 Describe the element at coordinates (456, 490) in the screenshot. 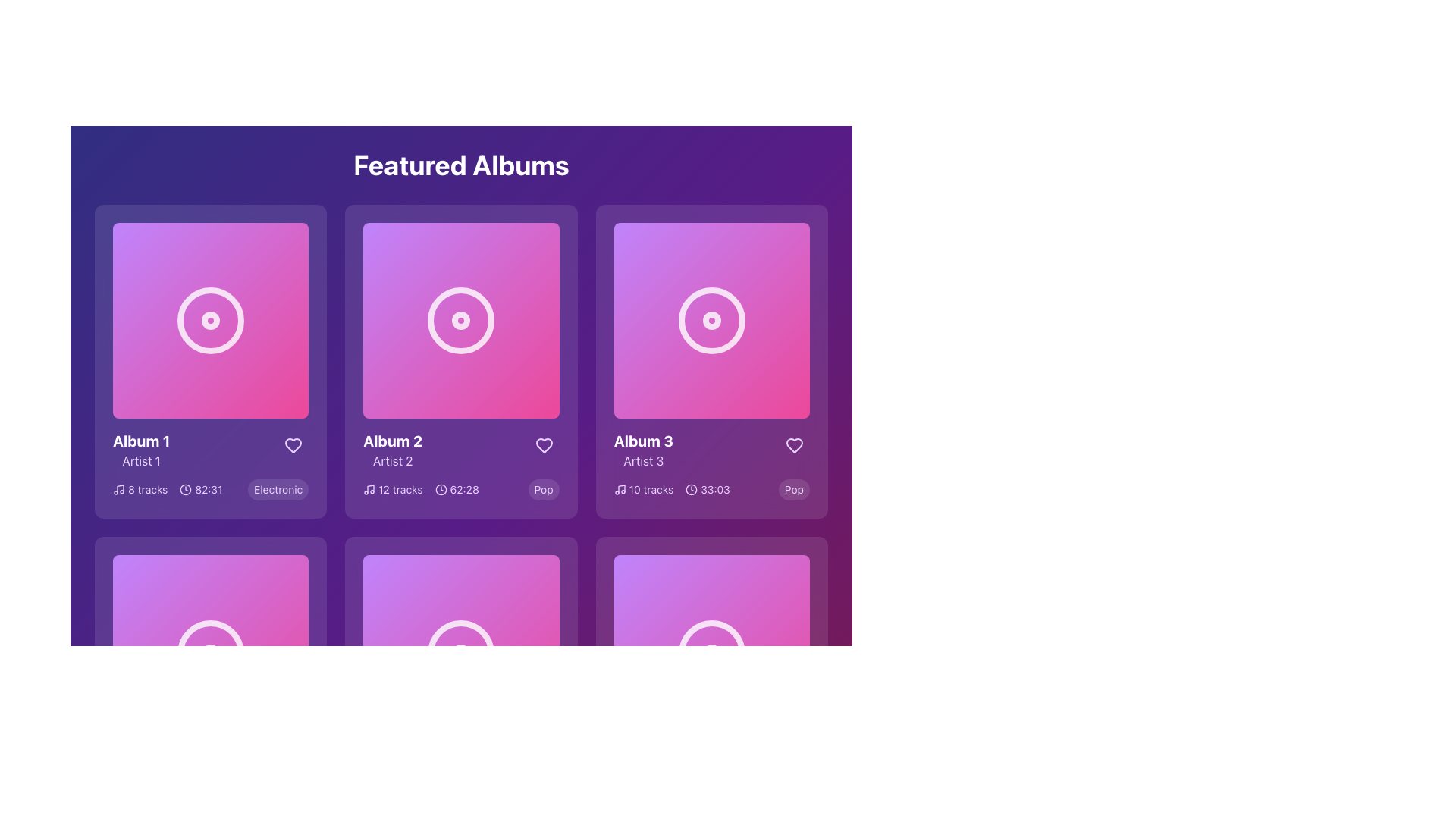

I see `the static display label showing the text '62:28' with a clock icon, located in the bottom left of the 'Album 2' card in the grid layout` at that location.